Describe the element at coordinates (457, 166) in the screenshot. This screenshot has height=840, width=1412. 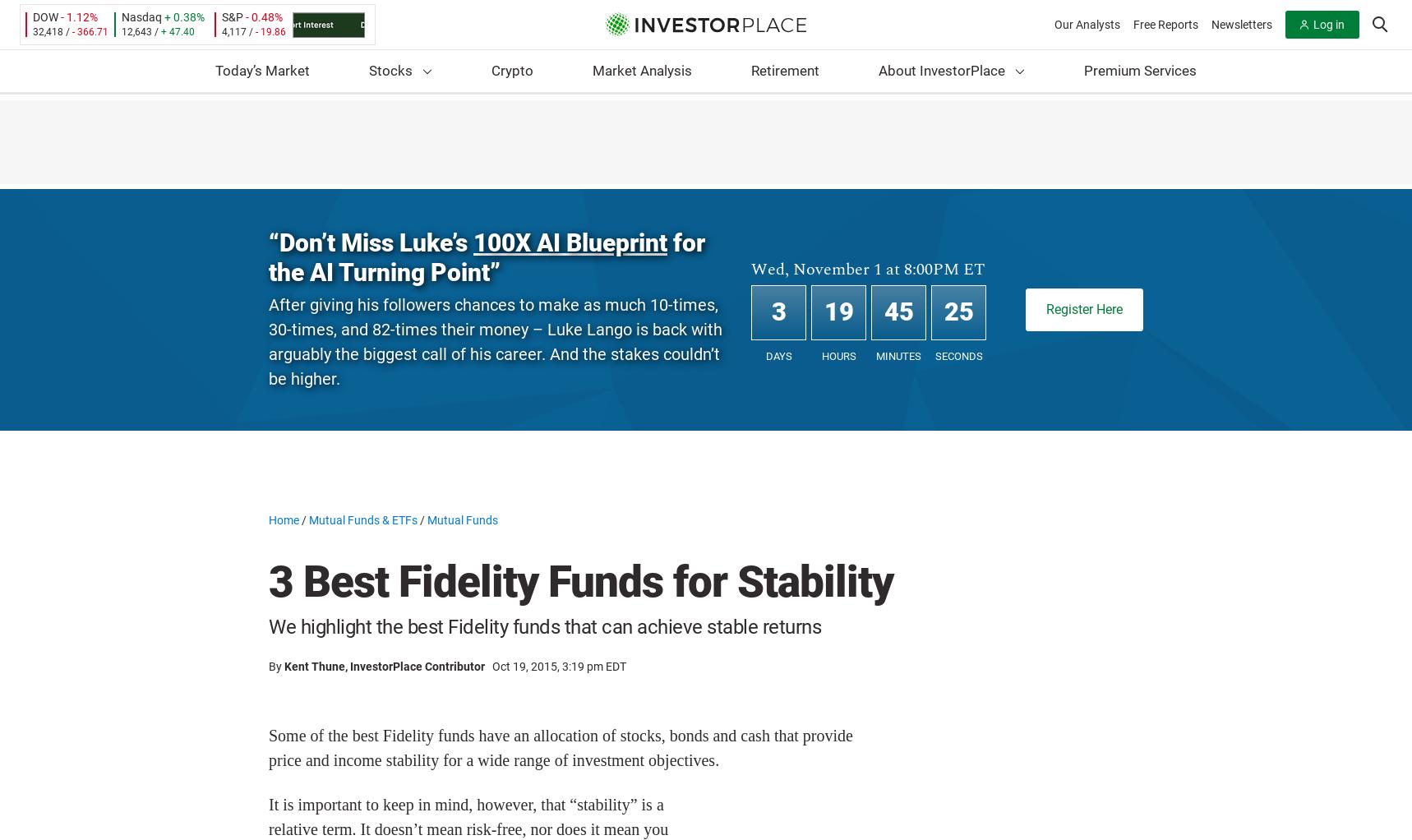
I see `'Hot Stocks'` at that location.